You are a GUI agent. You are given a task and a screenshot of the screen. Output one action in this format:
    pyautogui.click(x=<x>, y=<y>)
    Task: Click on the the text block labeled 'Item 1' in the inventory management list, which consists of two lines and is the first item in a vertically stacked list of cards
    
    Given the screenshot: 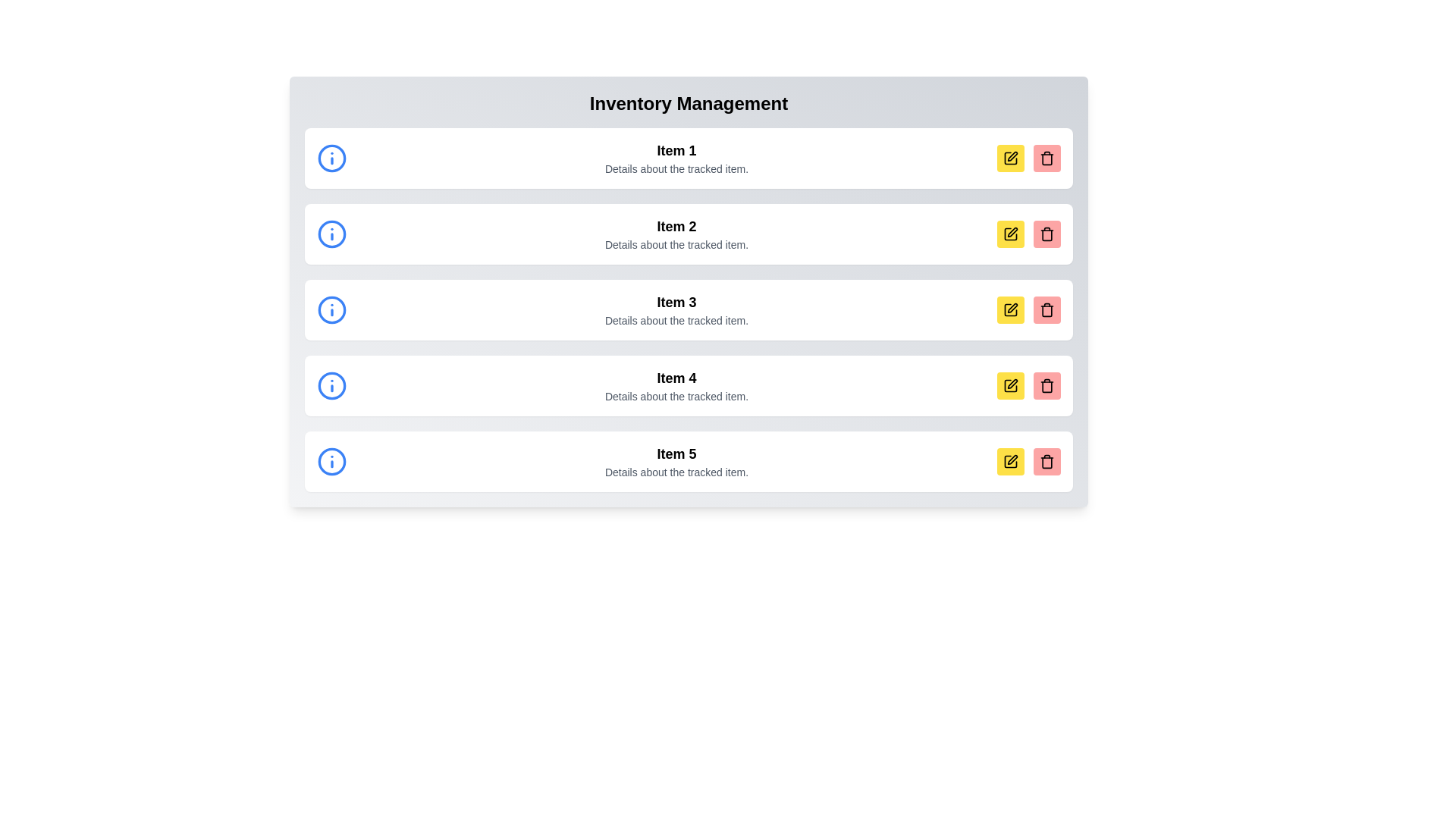 What is the action you would take?
    pyautogui.click(x=676, y=158)
    